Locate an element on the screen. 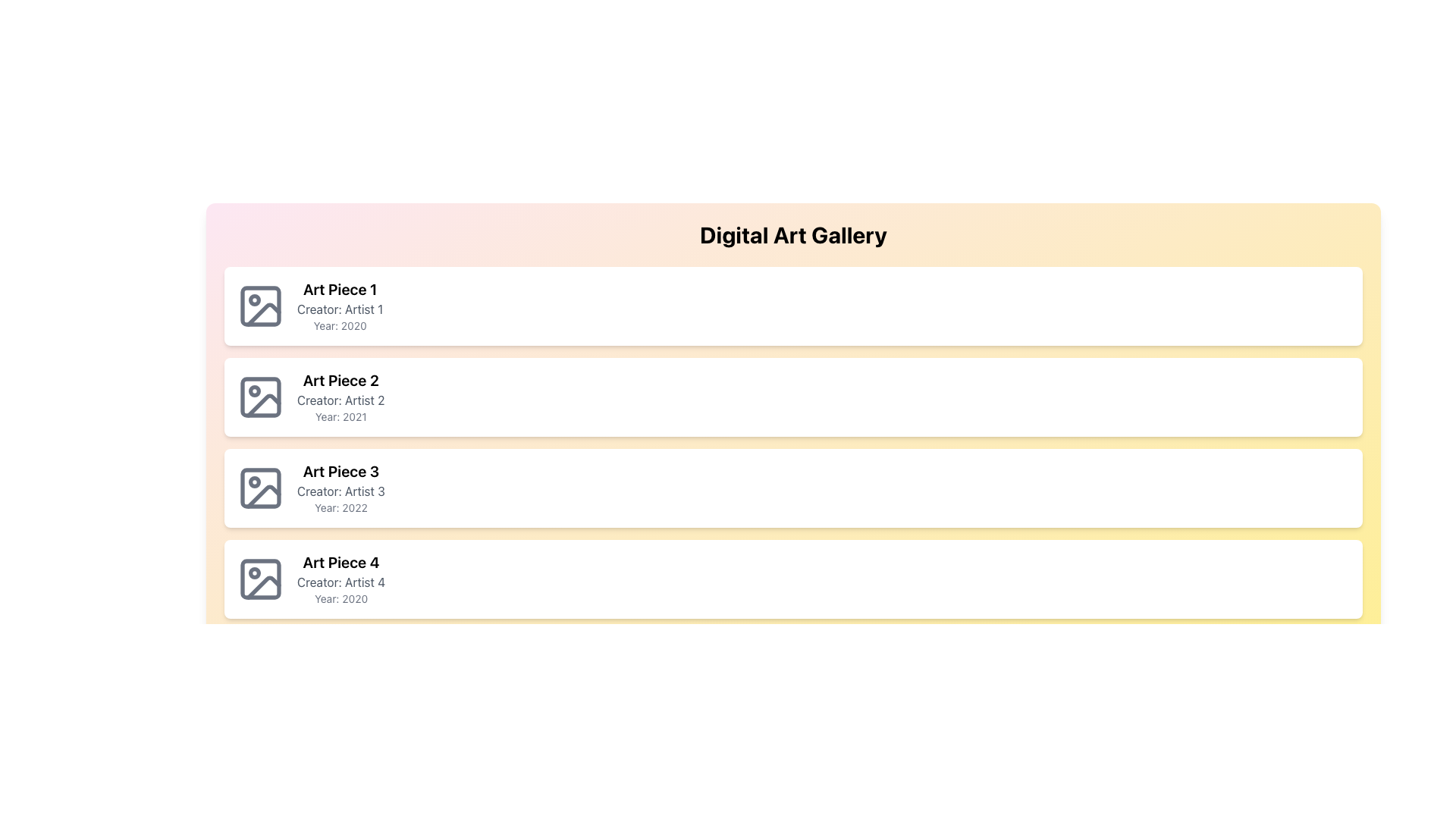  details provided in the descriptive label for the art piece located in the second card of a vertically aligned list of four cards, positioned between 'Art Piece 1' and 'Art Piece 3' is located at coordinates (340, 397).